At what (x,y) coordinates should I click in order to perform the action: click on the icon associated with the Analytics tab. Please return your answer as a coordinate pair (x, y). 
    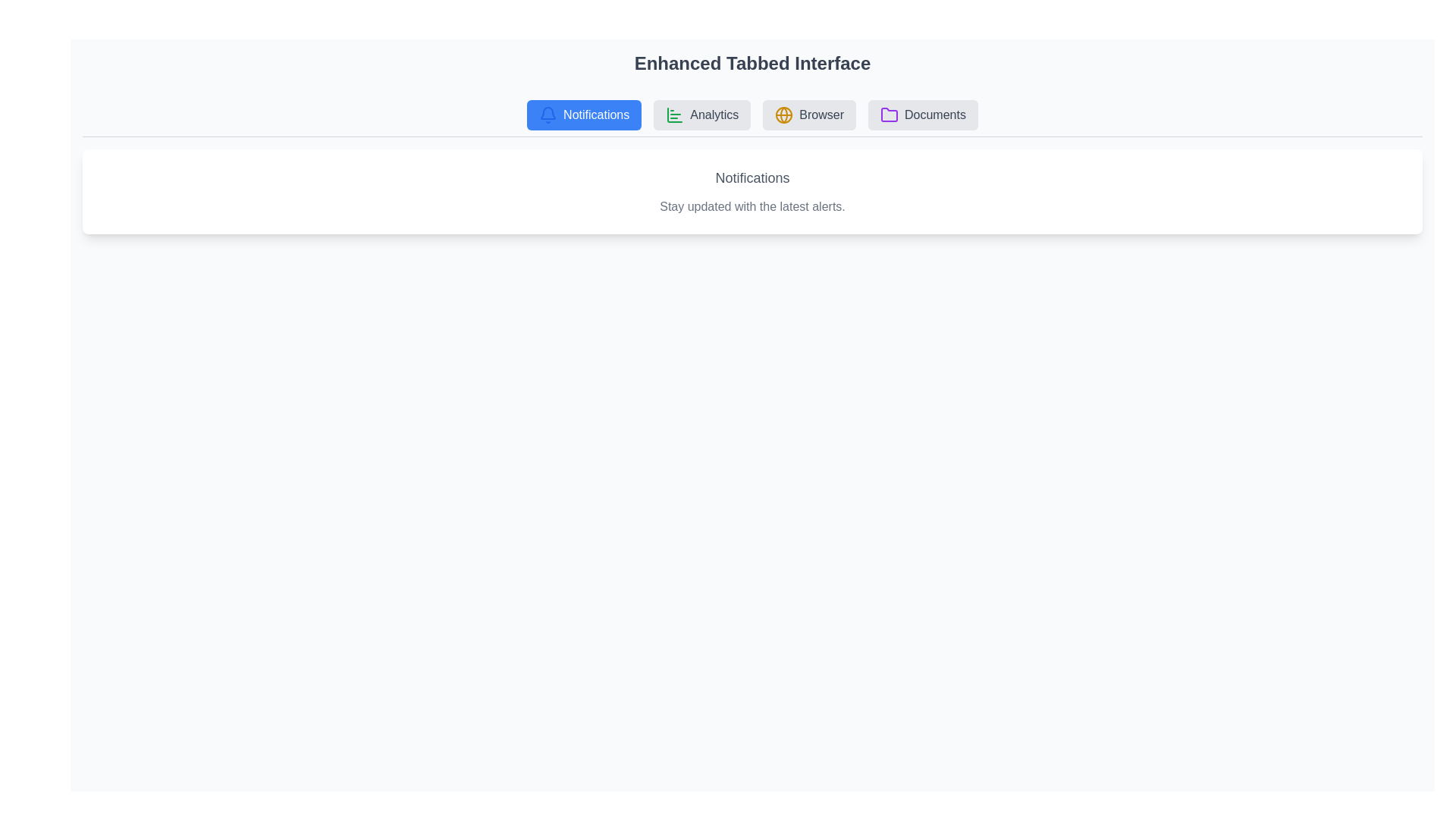
    Looking at the image, I should click on (673, 114).